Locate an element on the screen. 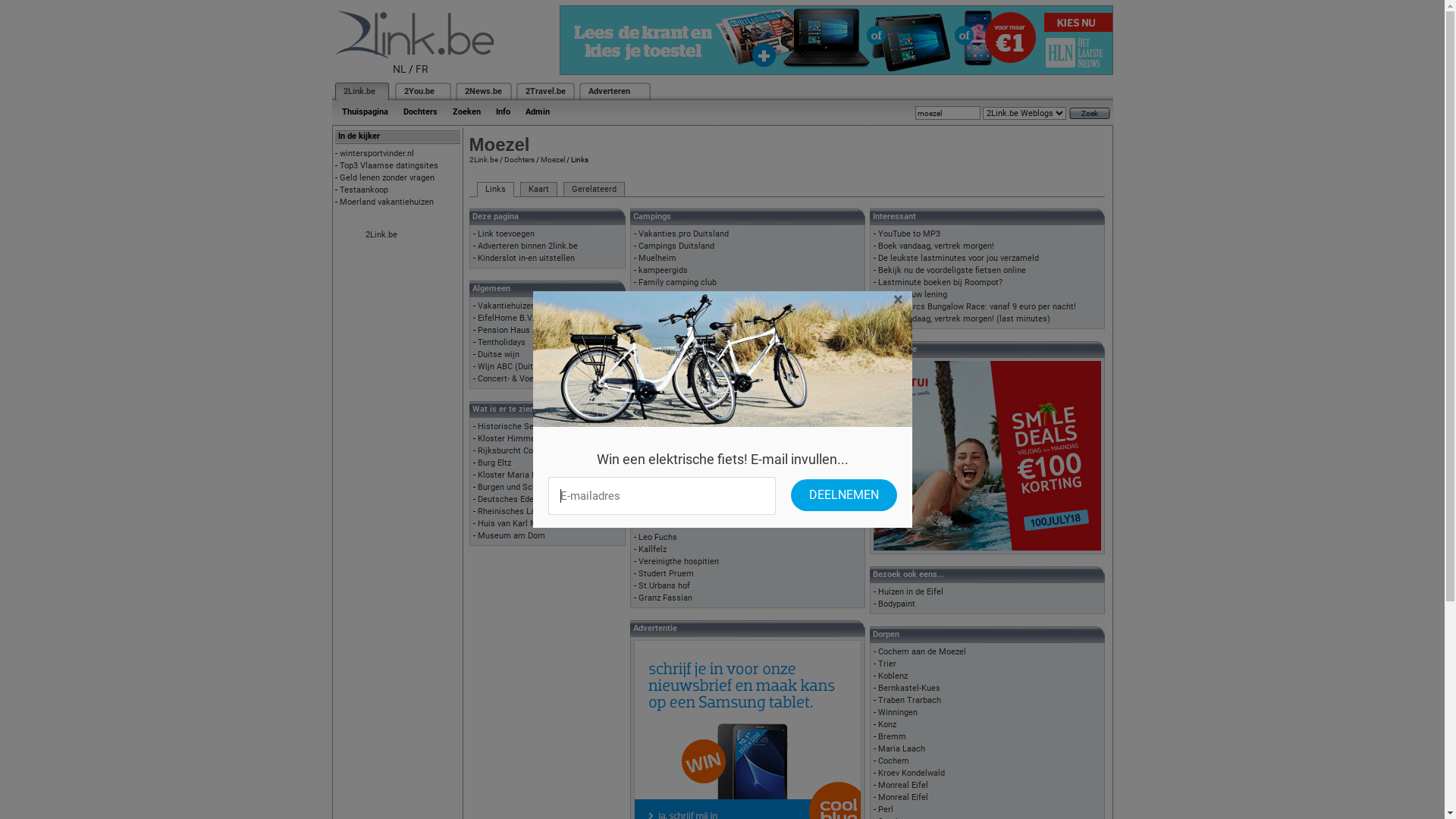 The height and width of the screenshot is (819, 1456). 'De leukste lastminutes voor jou verzameld' is located at coordinates (957, 257).